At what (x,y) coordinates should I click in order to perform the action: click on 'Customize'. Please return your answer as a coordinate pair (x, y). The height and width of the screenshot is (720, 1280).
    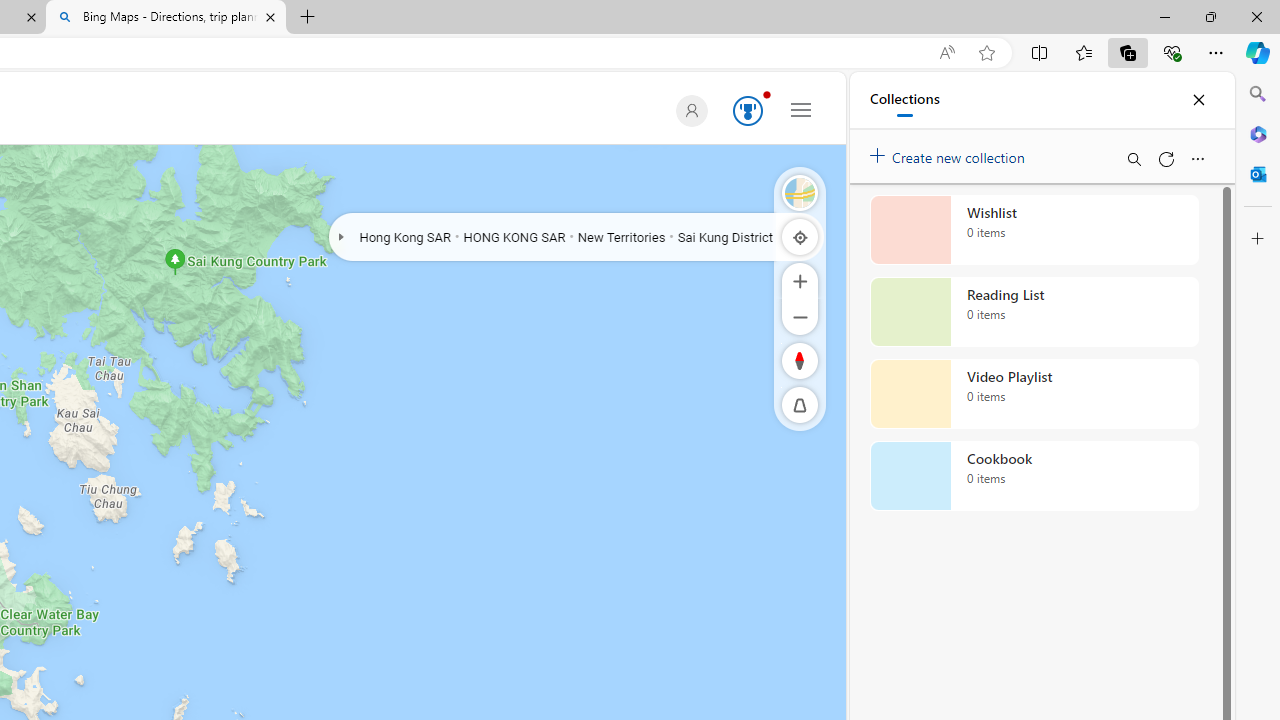
    Looking at the image, I should click on (1257, 238).